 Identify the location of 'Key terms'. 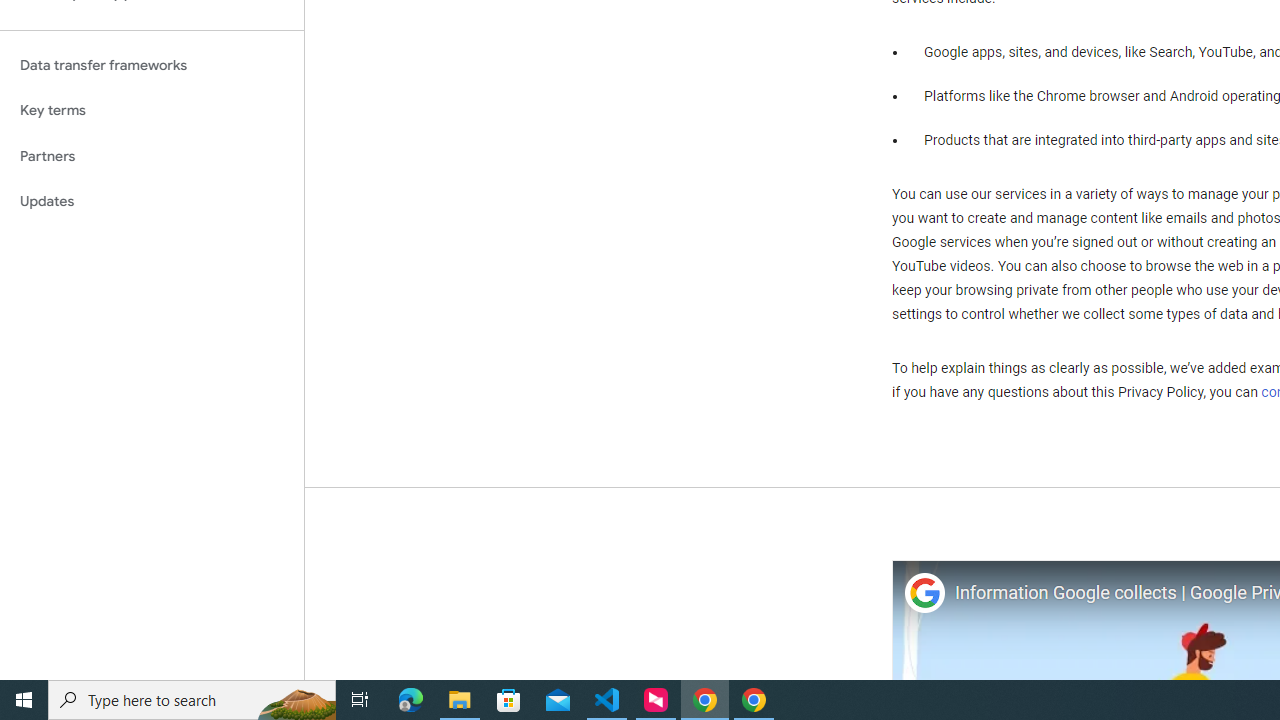
(151, 110).